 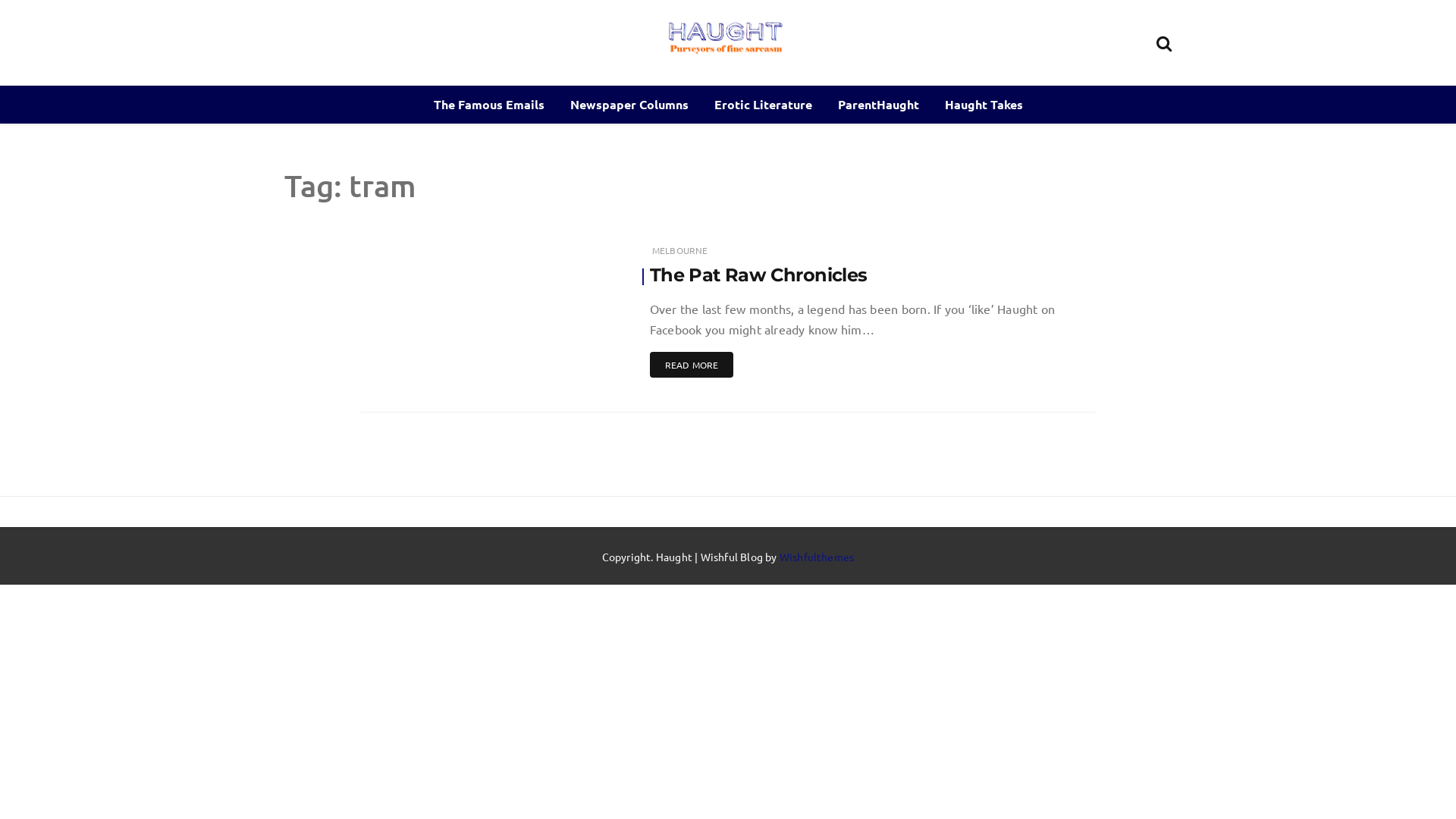 What do you see at coordinates (878, 104) in the screenshot?
I see `'ParentHaught'` at bounding box center [878, 104].